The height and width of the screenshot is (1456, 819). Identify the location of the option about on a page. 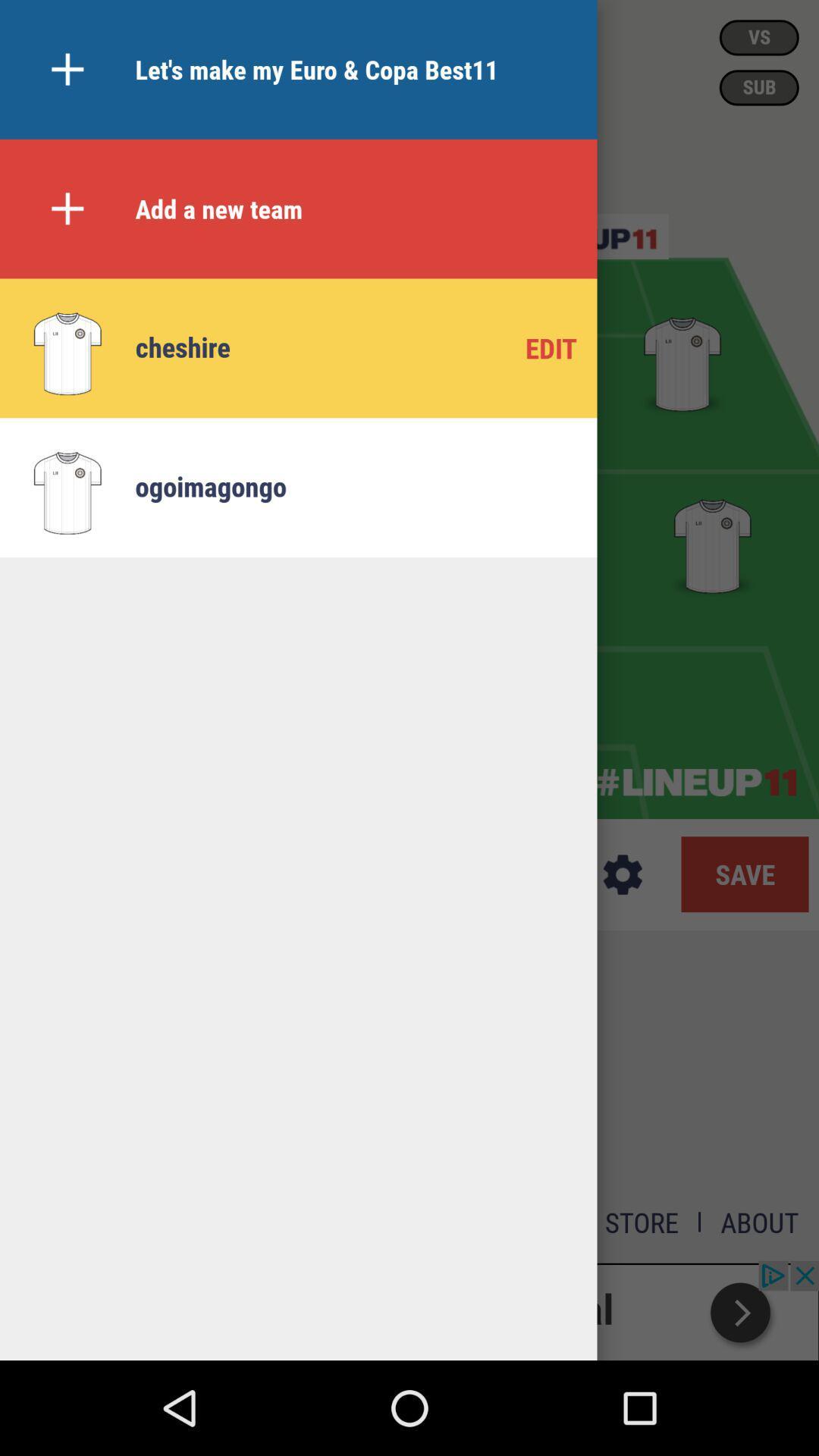
(760, 1222).